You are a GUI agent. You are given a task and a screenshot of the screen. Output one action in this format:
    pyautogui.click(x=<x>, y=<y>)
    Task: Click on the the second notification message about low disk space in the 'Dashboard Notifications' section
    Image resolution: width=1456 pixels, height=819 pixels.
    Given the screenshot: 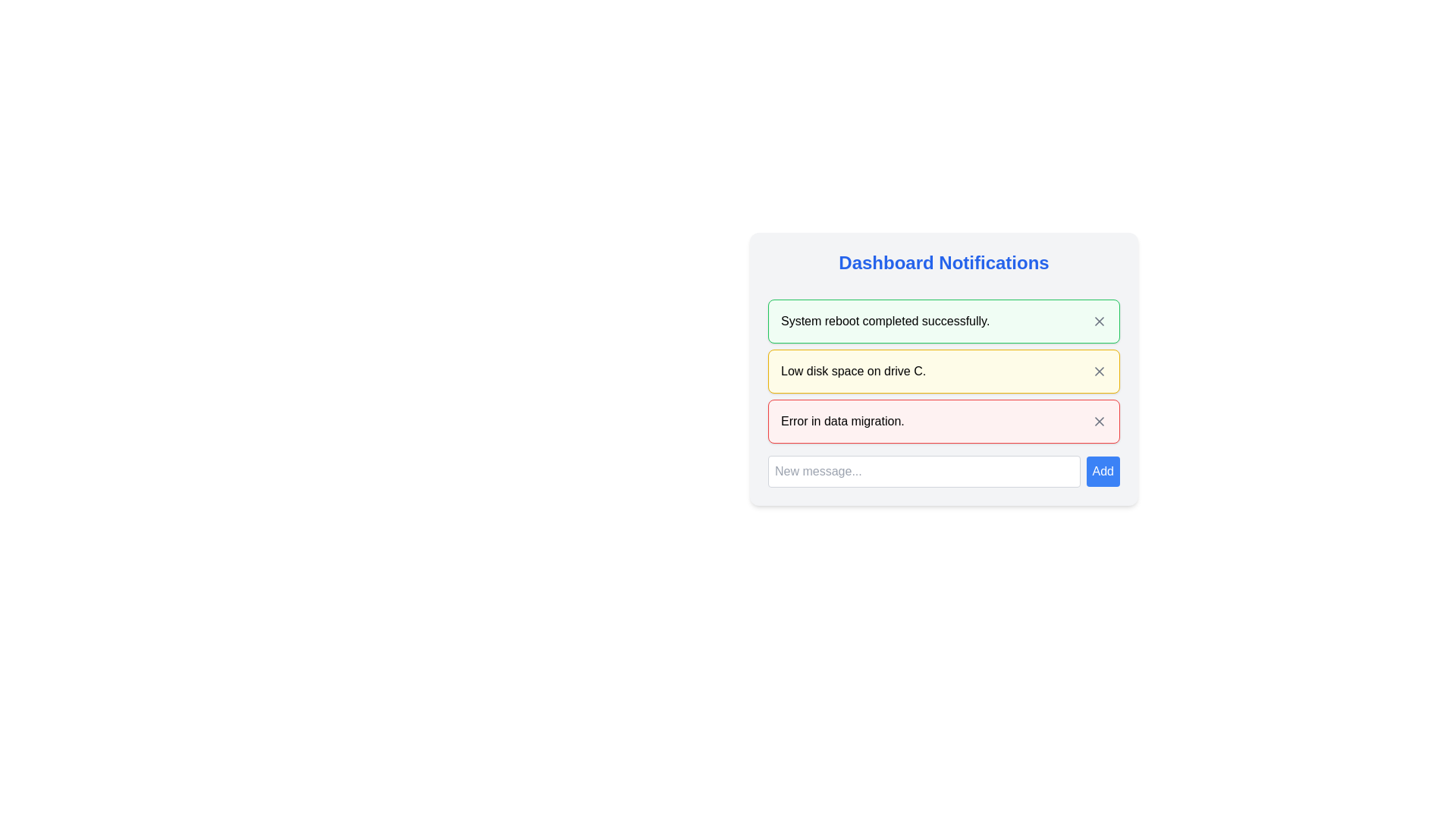 What is the action you would take?
    pyautogui.click(x=943, y=371)
    